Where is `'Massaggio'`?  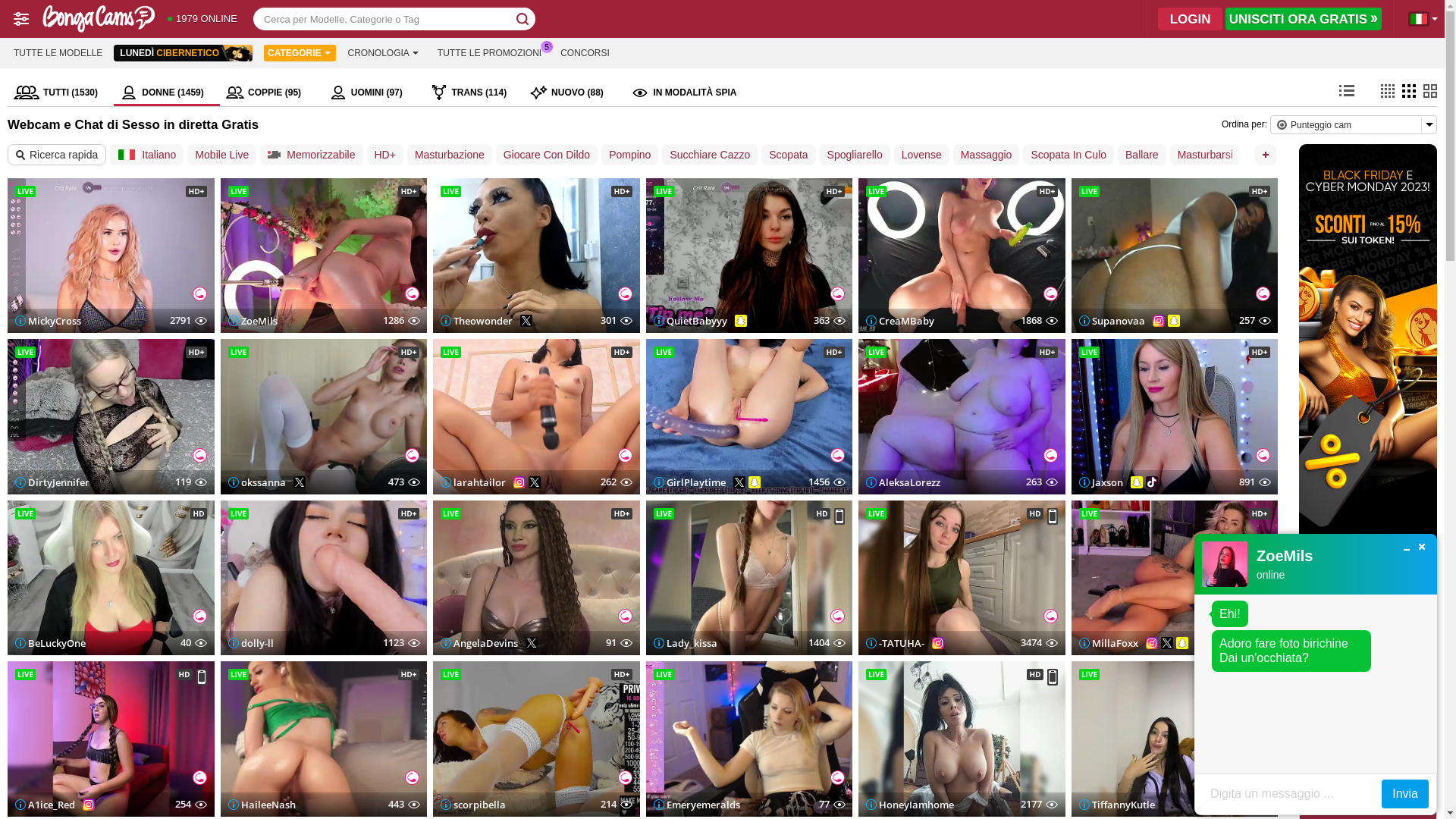 'Massaggio' is located at coordinates (986, 155).